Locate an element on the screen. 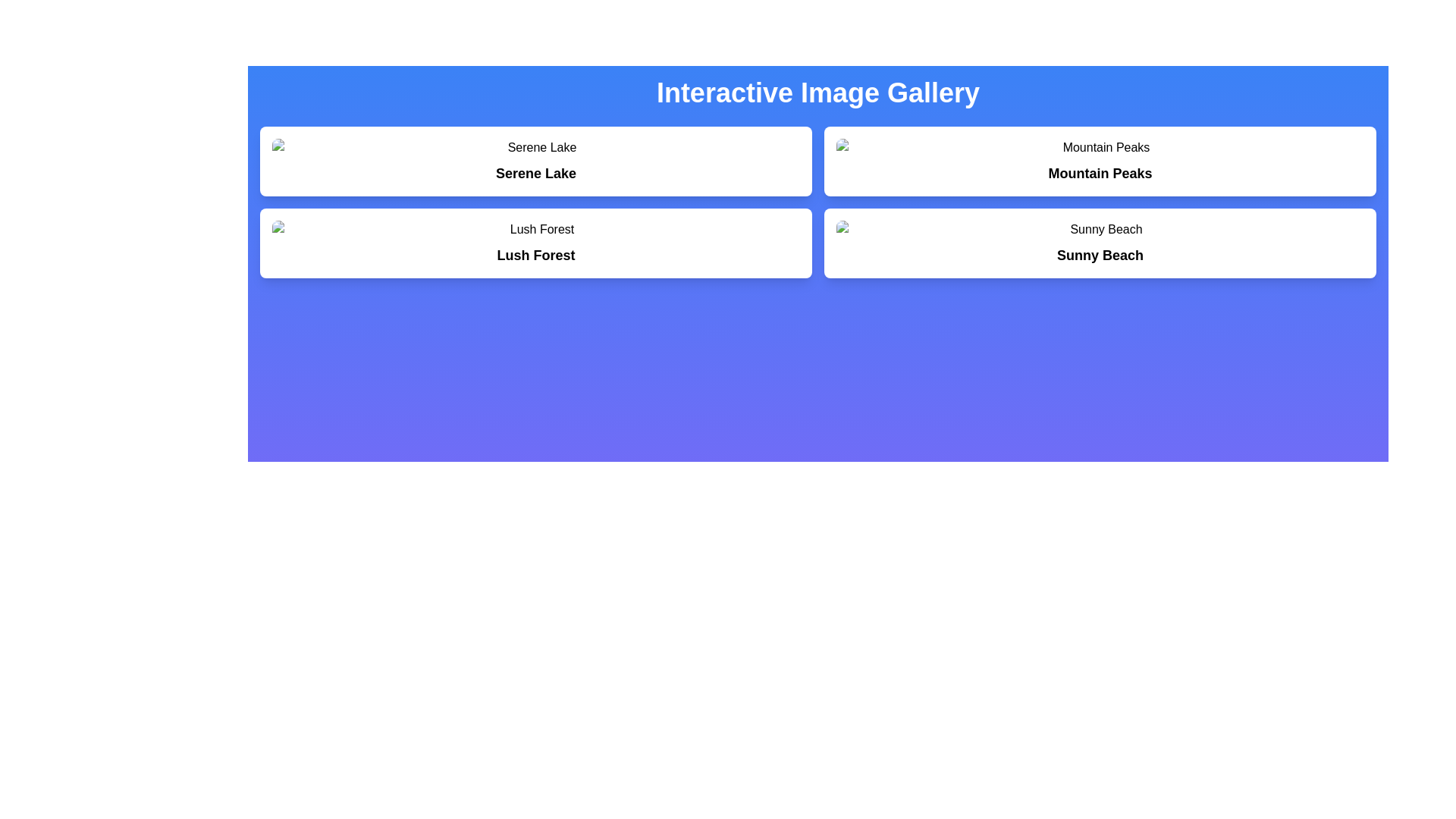  the white rectangular card labeled 'Sunny Beach' located at the bottom-right corner of the grid layout is located at coordinates (1100, 242).